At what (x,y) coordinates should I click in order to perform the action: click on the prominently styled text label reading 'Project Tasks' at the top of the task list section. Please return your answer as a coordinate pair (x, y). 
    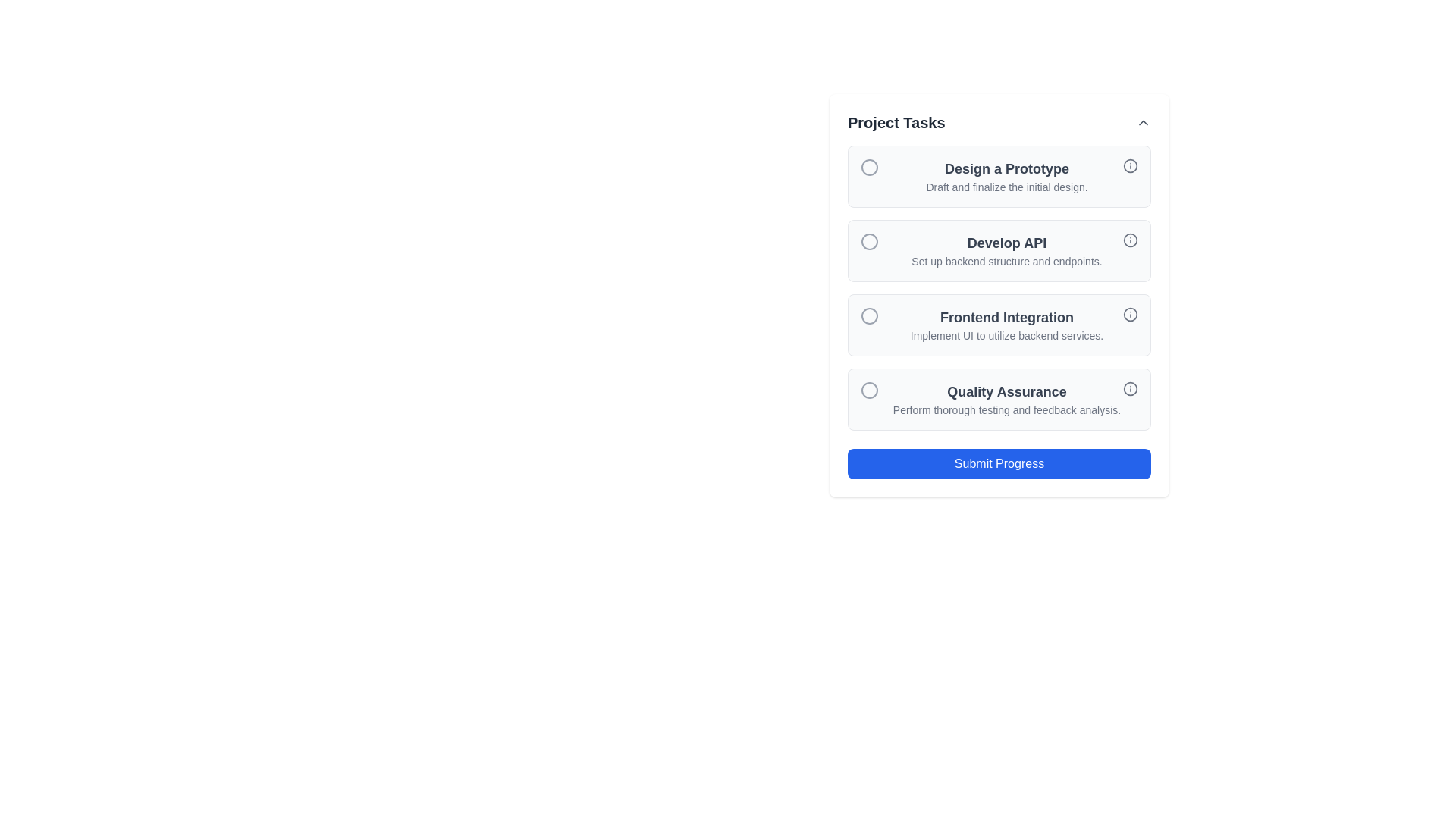
    Looking at the image, I should click on (896, 122).